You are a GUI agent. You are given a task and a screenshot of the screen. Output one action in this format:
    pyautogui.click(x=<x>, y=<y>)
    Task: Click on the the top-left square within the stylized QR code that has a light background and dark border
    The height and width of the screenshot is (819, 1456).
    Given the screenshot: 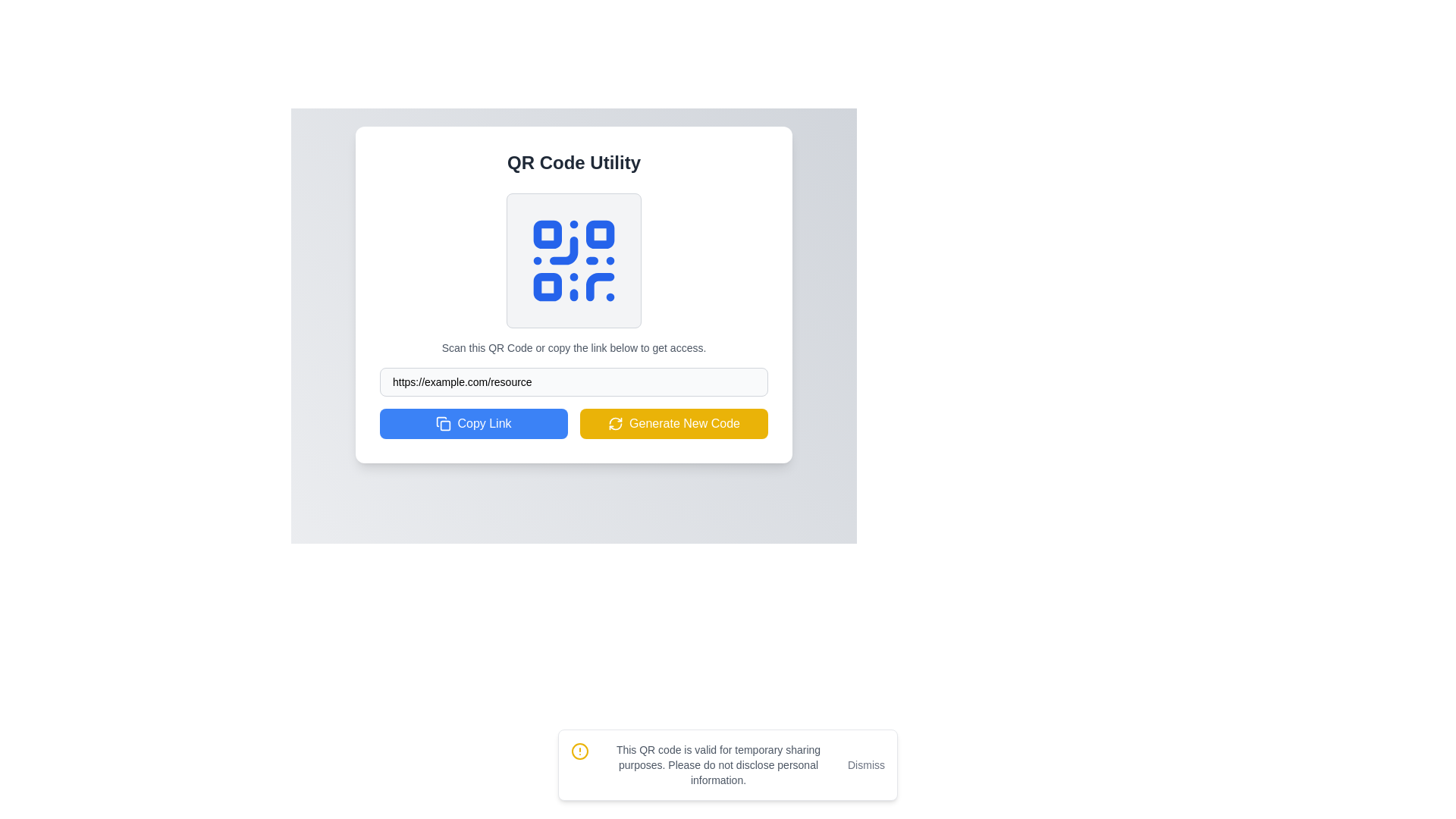 What is the action you would take?
    pyautogui.click(x=547, y=234)
    